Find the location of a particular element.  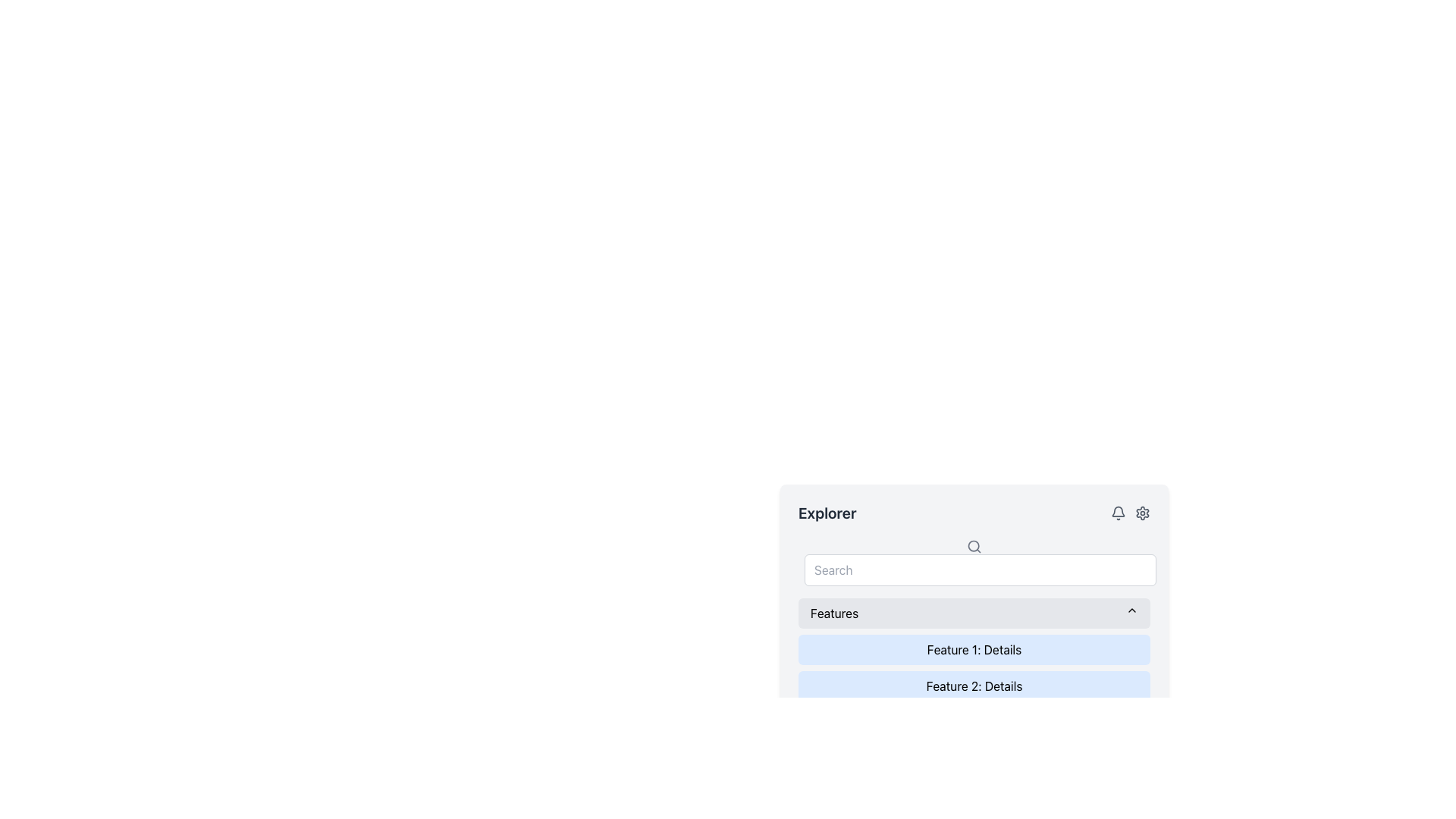

the text label displaying 'Explorer', which is styled with a bold, larger font in dark gray, located in the top-left corner of the header section is located at coordinates (827, 513).